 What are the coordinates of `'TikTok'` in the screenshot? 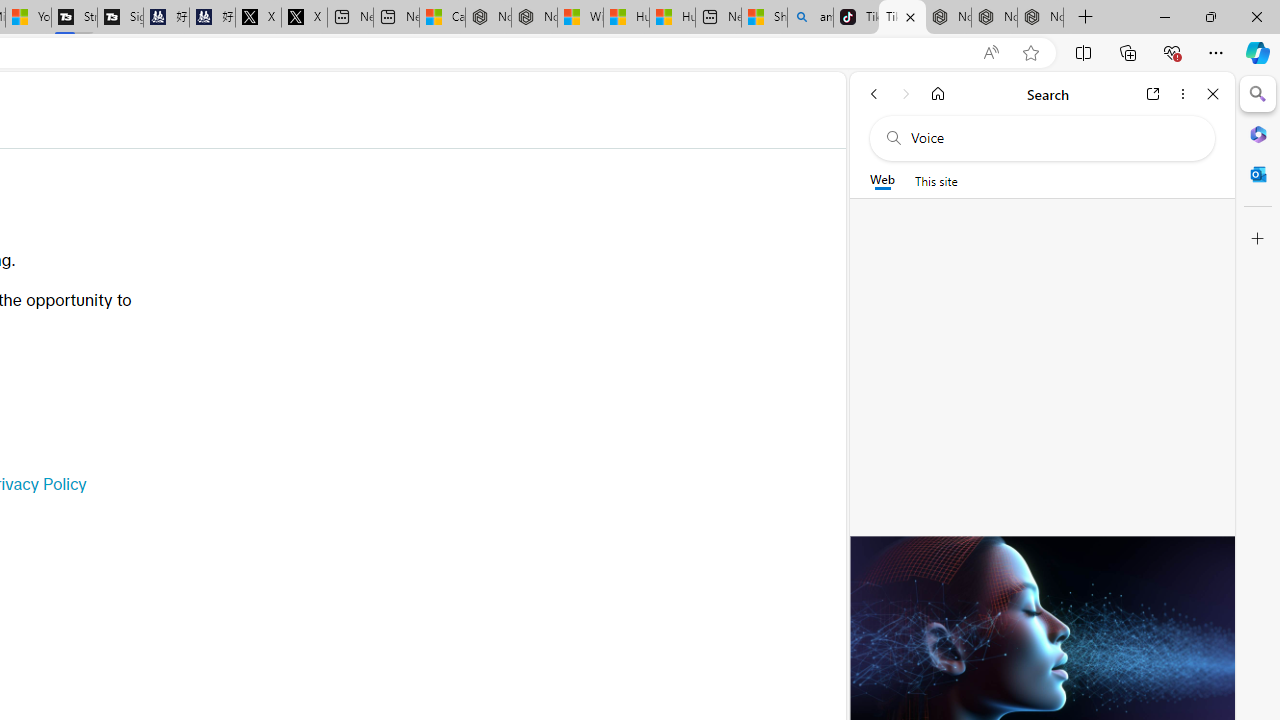 It's located at (901, 17).